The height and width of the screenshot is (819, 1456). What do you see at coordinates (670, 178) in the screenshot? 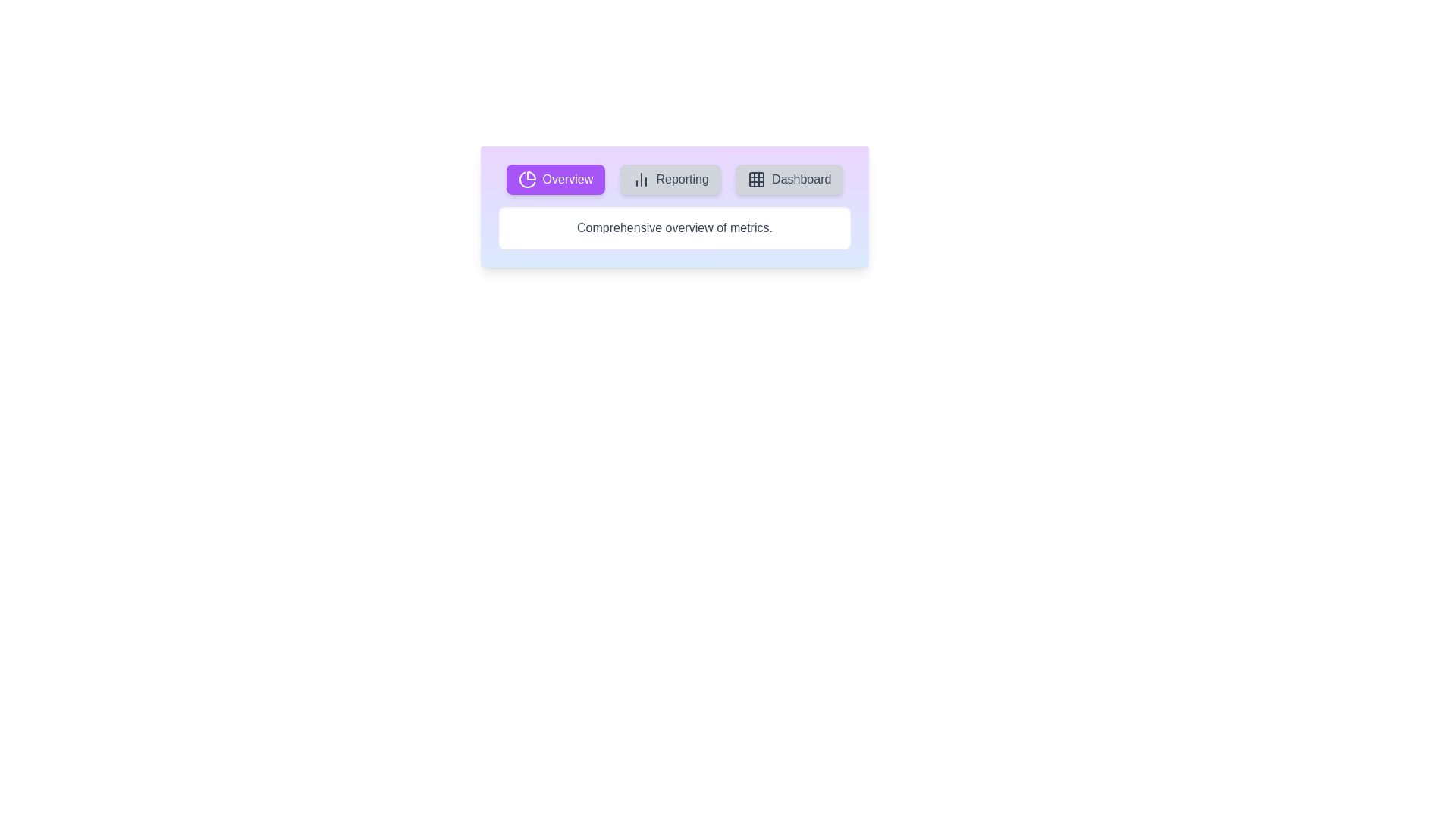
I see `the tab labeled Reporting` at bounding box center [670, 178].